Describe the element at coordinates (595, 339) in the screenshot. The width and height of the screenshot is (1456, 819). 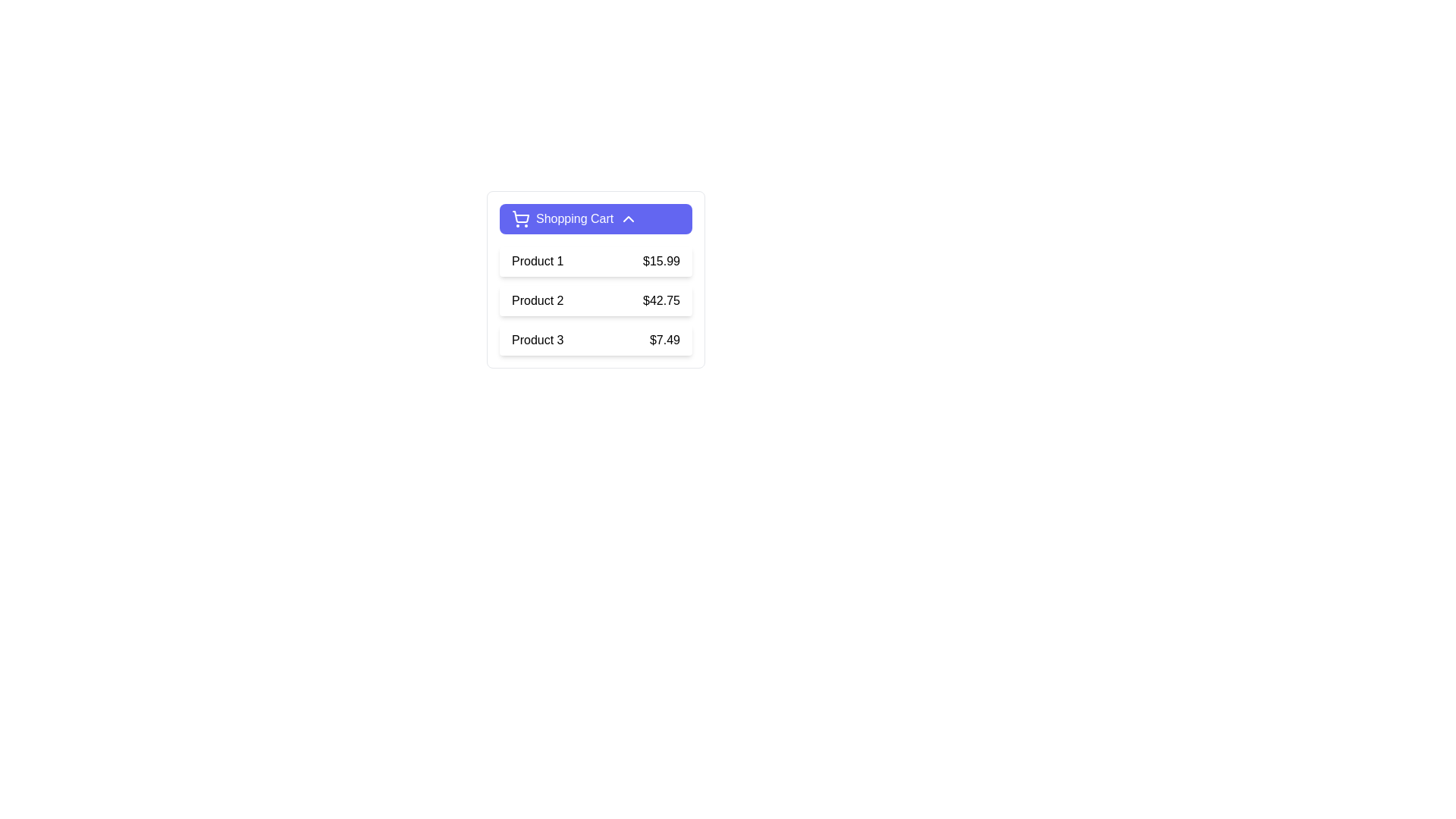
I see `the list item displaying 'Product 3' priced at '$7.49' in the shopping cart interface` at that location.